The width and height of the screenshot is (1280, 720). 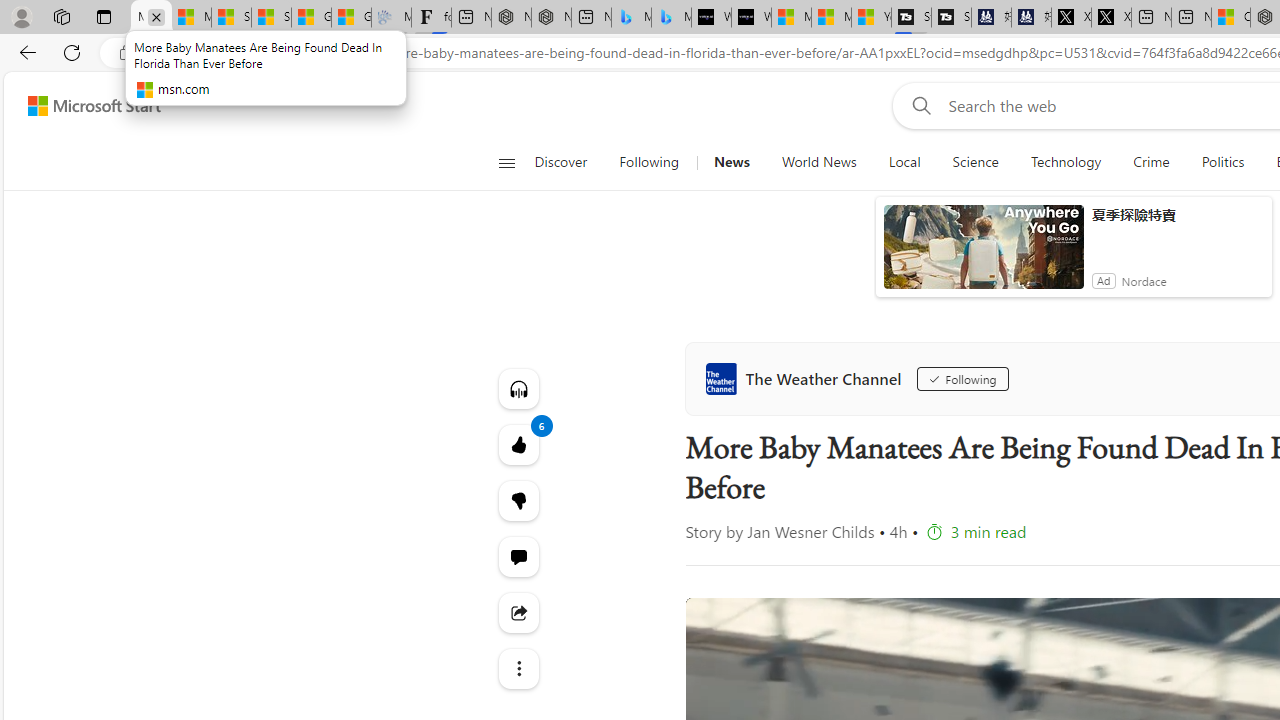 What do you see at coordinates (910, 17) in the screenshot?
I see `'Streaming Coverage | T3'` at bounding box center [910, 17].